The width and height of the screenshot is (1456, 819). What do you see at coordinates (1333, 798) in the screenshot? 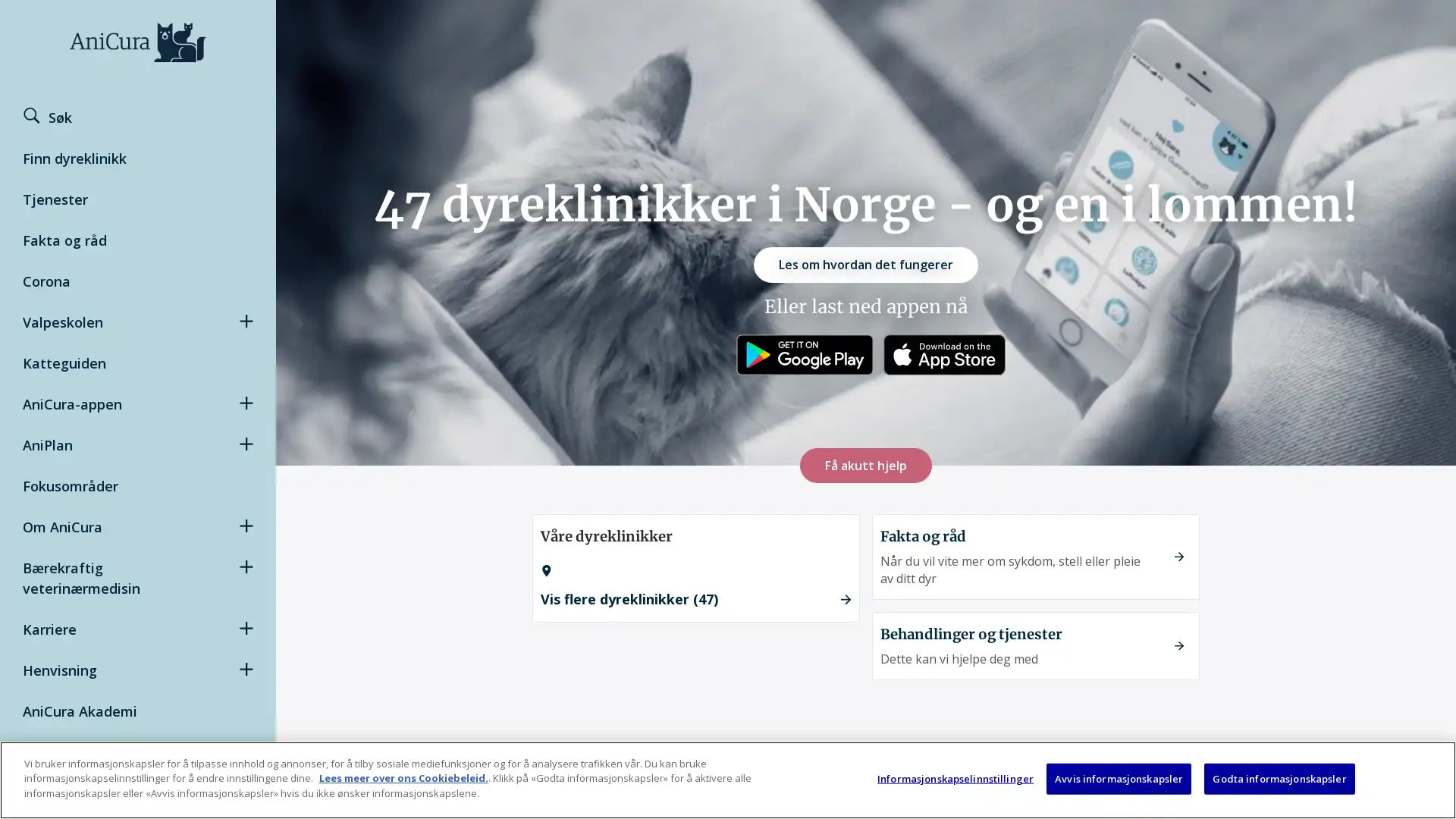
I see `Informasjonskapselinnstillinger` at bounding box center [1333, 798].